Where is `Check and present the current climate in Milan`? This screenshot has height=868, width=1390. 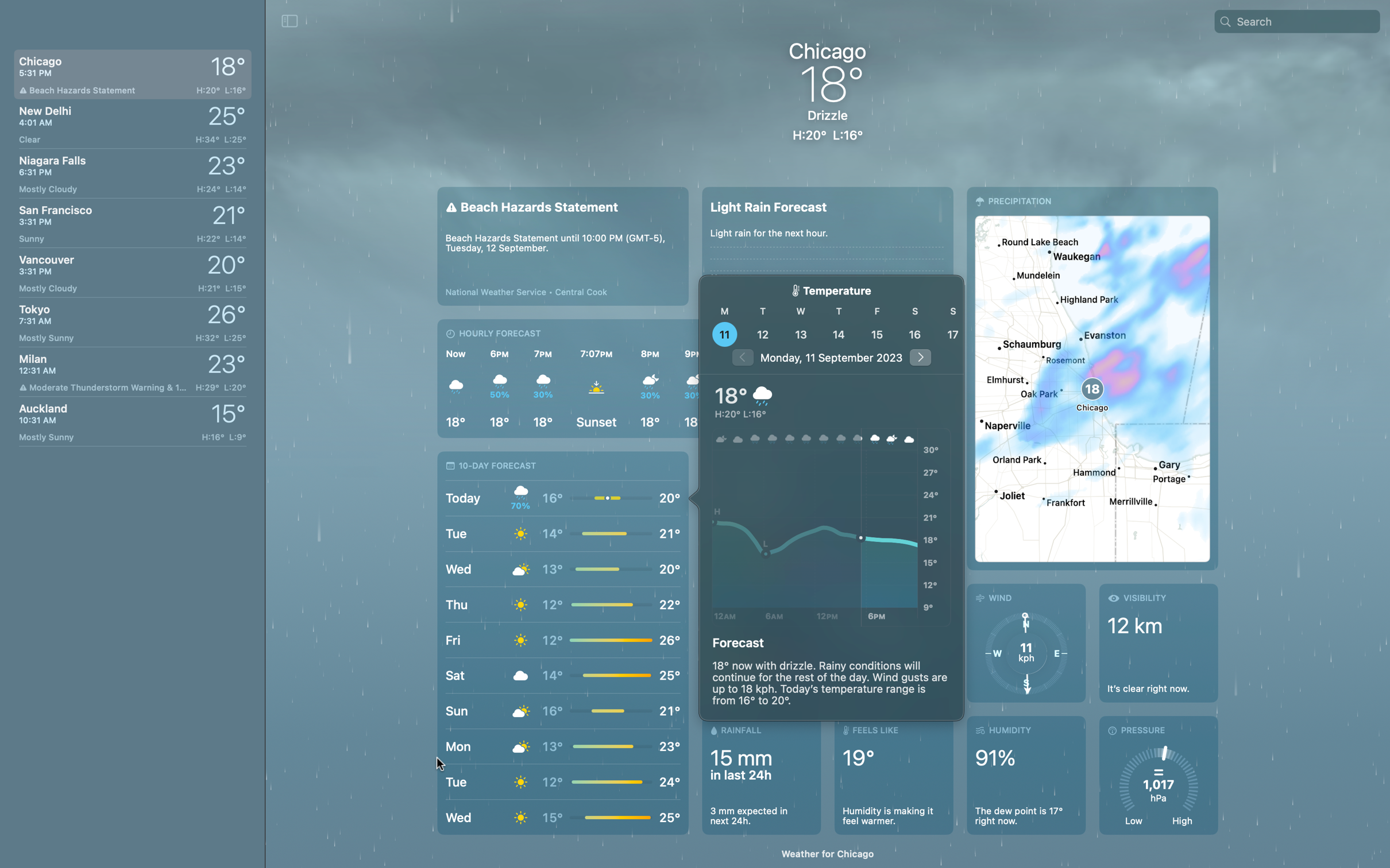
Check and present the current climate in Milan is located at coordinates (131, 371).